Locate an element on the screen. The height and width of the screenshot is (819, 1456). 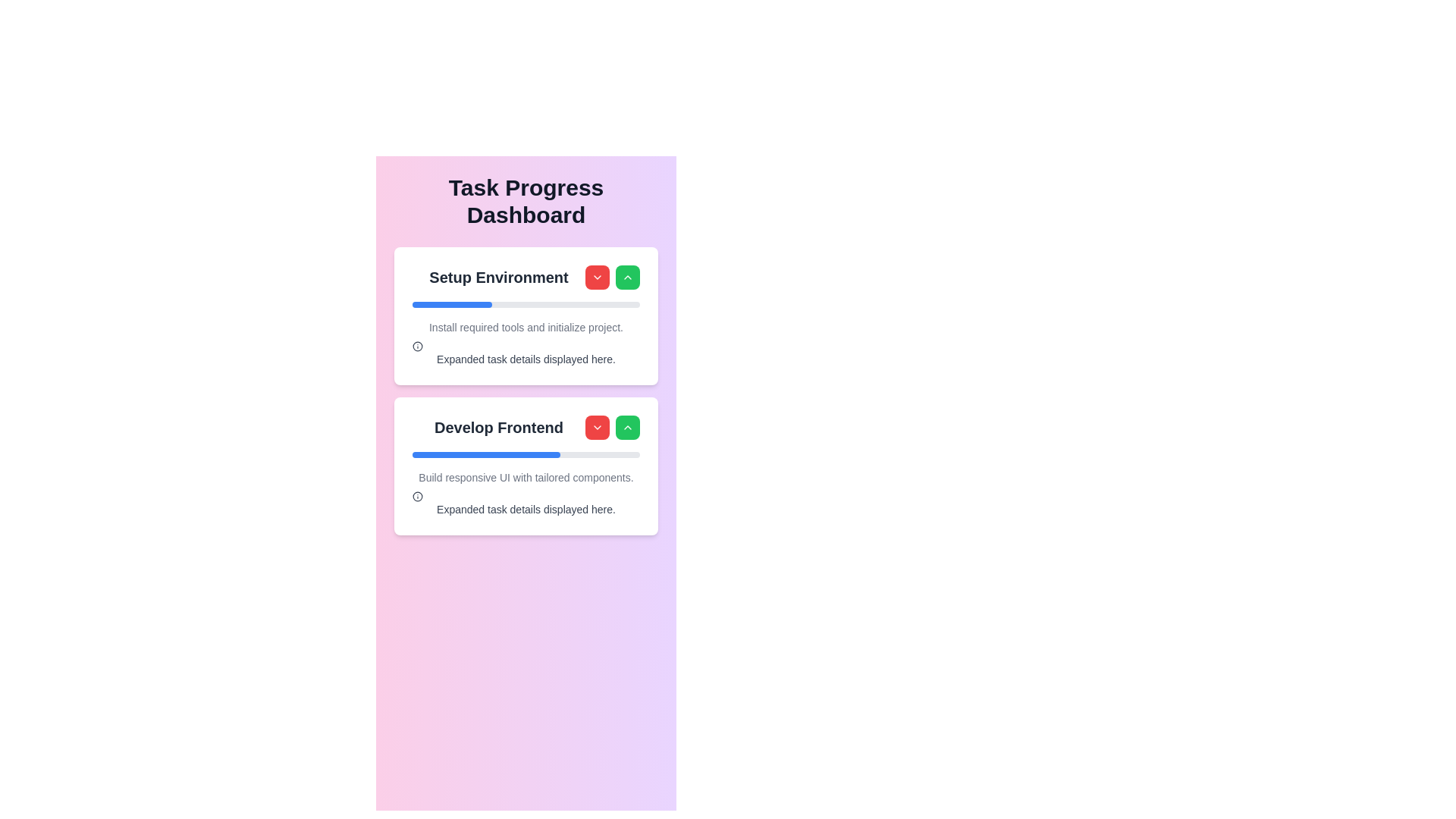
the text label with an icon located below the text 'Build responsive UI with tailored components.' in the 'Develop Frontend' task section is located at coordinates (526, 504).